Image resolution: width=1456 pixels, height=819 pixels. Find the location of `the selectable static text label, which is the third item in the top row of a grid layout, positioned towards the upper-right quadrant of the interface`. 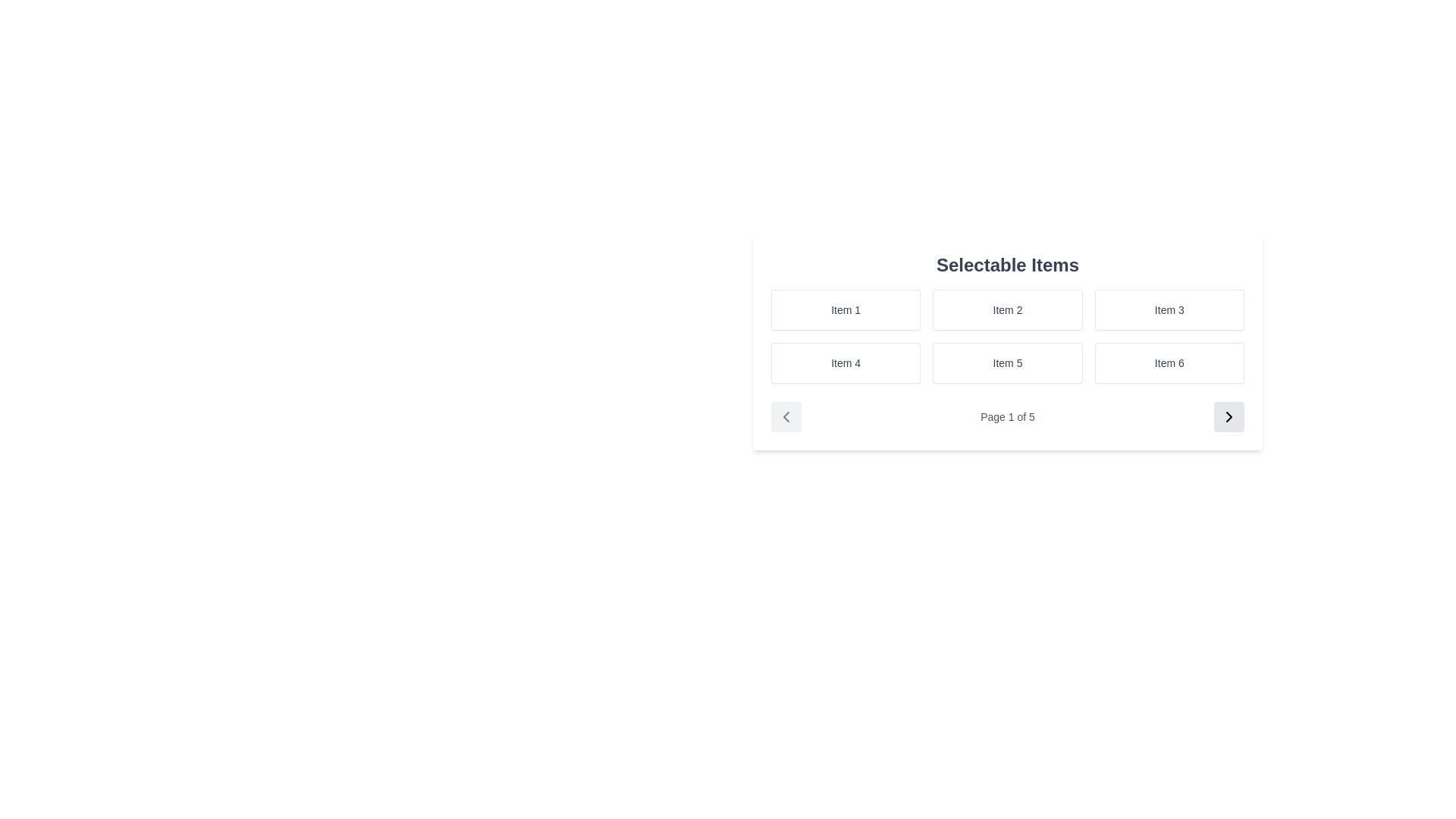

the selectable static text label, which is the third item in the top row of a grid layout, positioned towards the upper-right quadrant of the interface is located at coordinates (1169, 309).